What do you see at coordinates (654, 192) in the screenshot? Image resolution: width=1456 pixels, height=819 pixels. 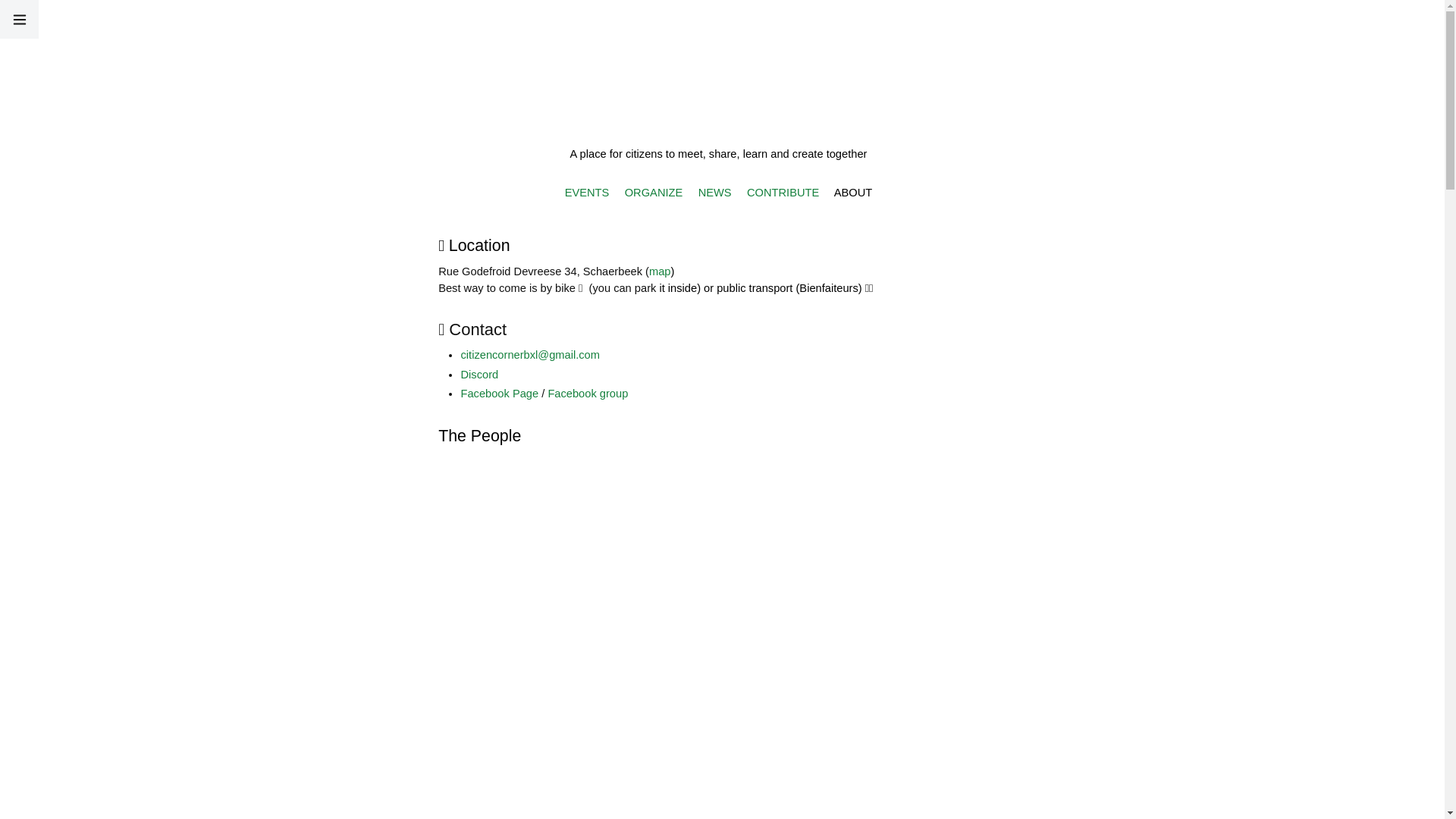 I see `'ORGANIZE'` at bounding box center [654, 192].